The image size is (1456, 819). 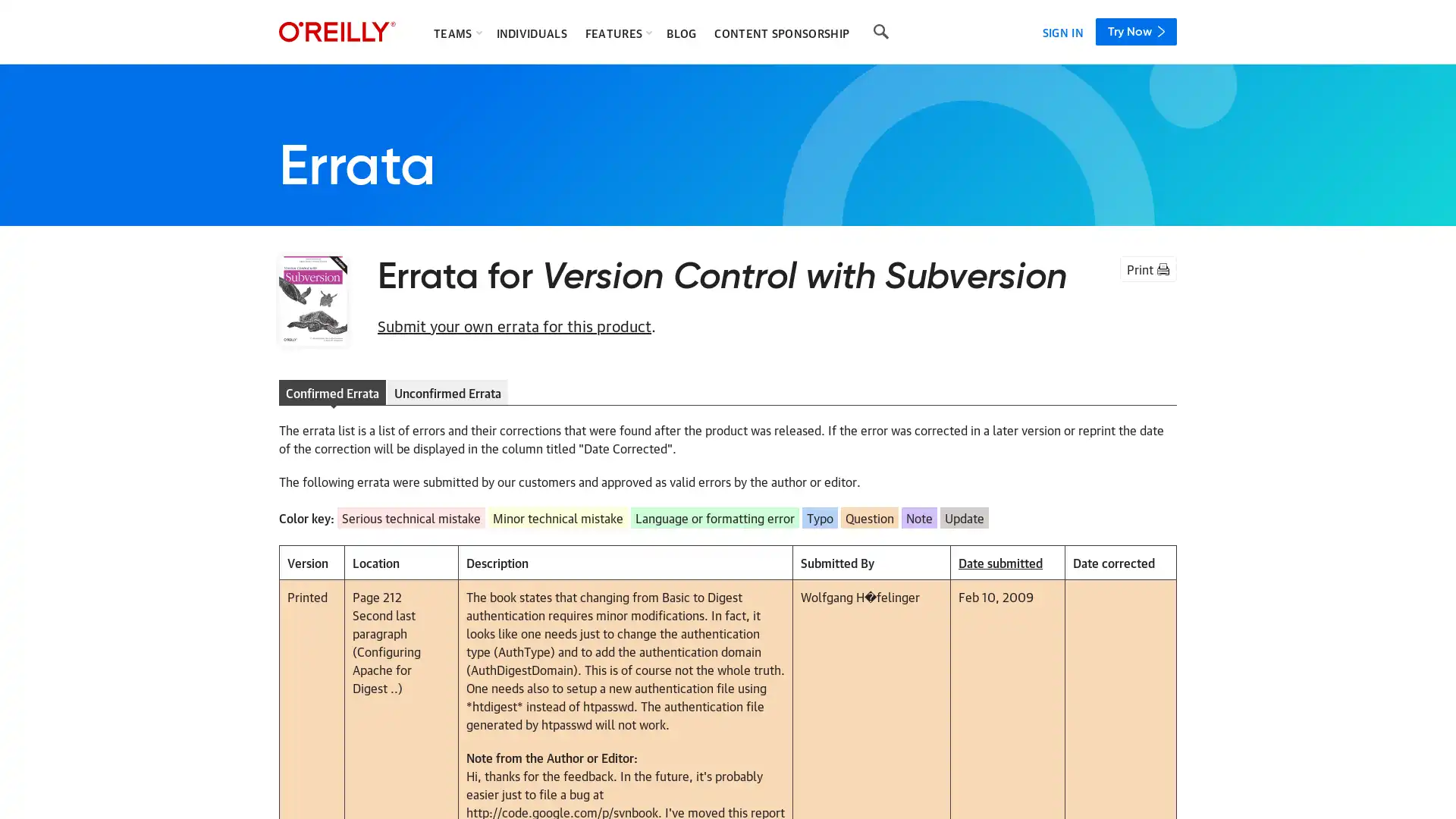 I want to click on Search, so click(x=880, y=32).